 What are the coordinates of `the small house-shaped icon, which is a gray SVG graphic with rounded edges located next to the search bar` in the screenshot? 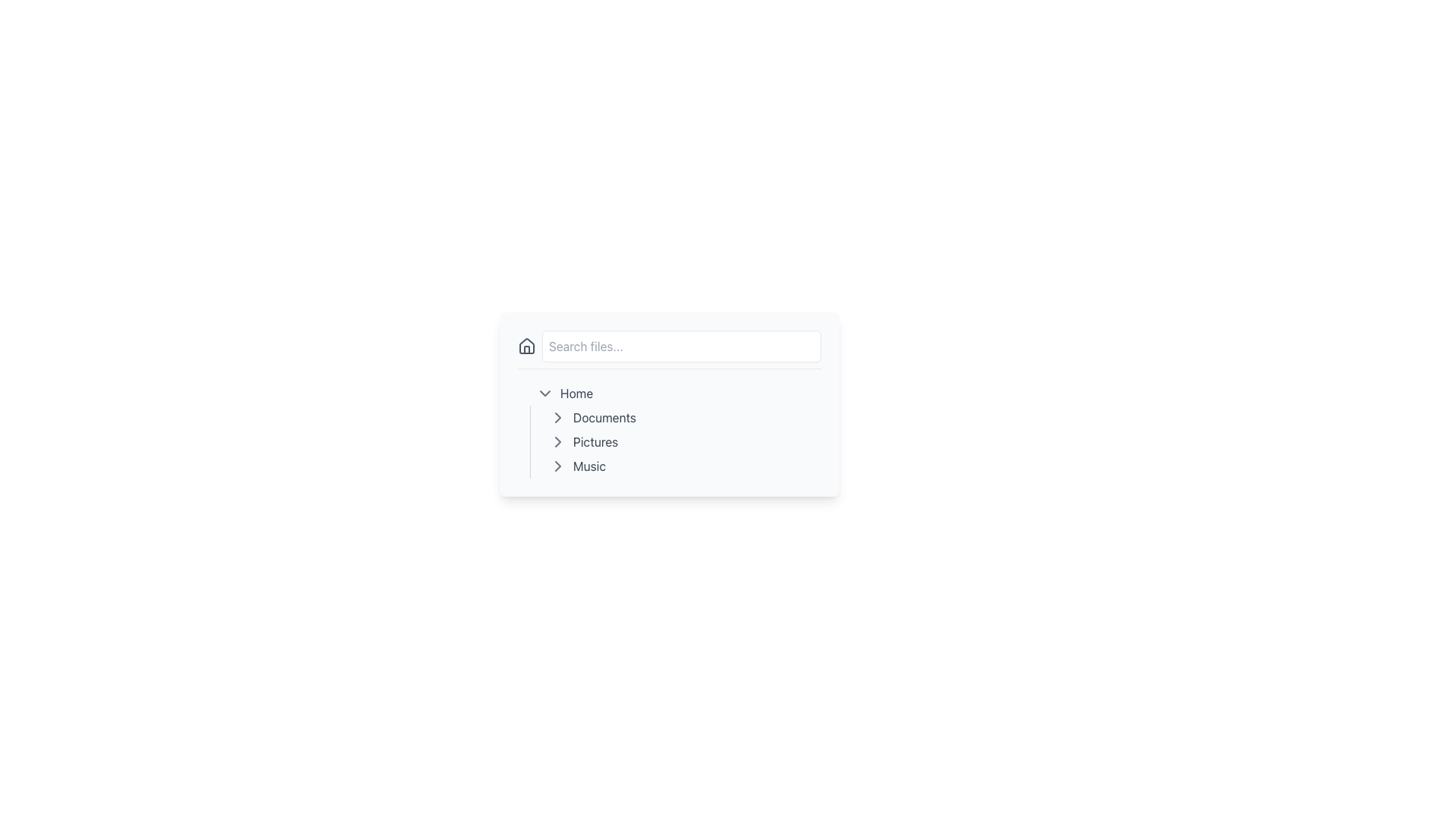 It's located at (527, 346).